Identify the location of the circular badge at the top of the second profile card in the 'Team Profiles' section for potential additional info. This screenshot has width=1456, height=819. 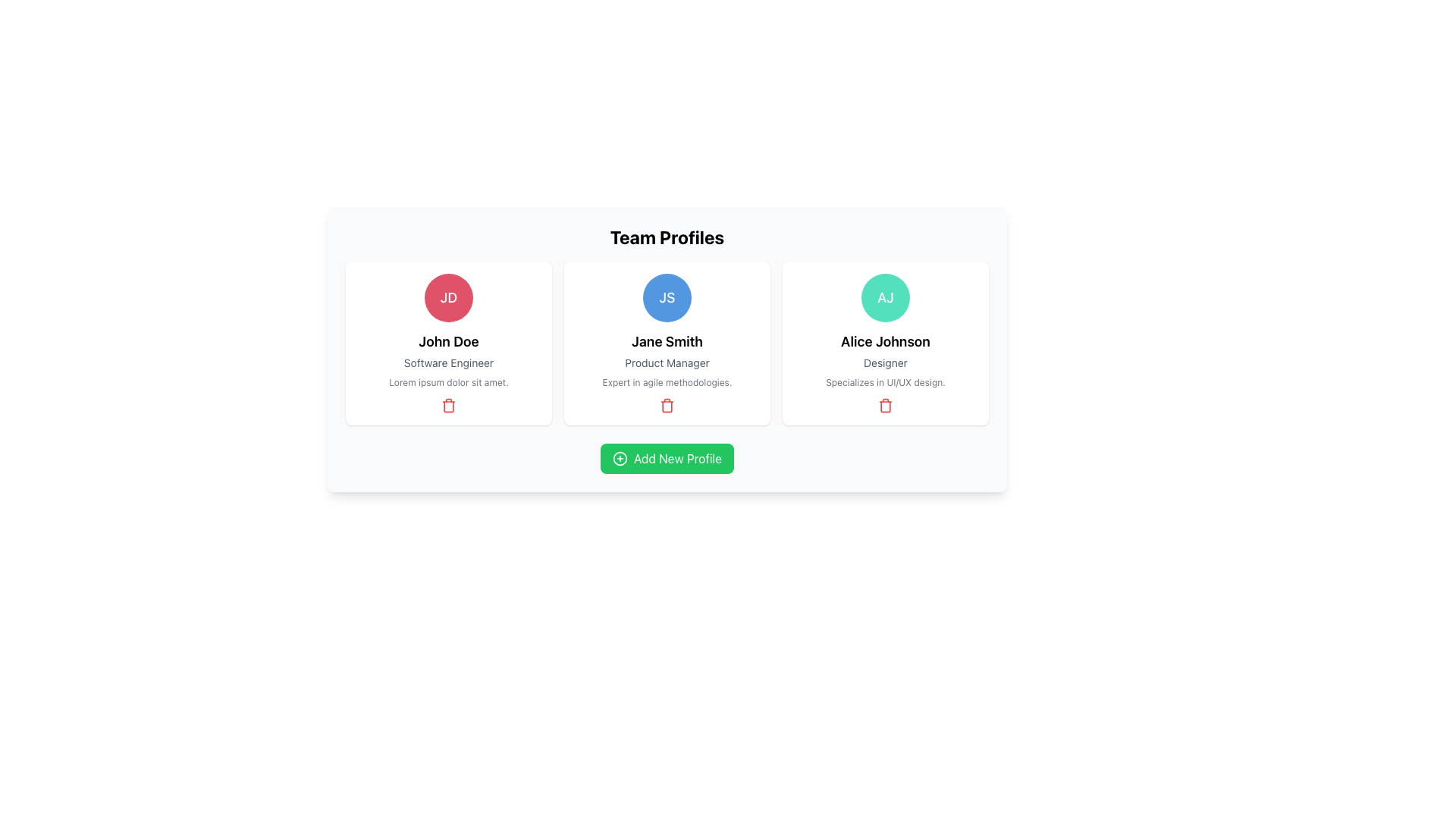
(667, 350).